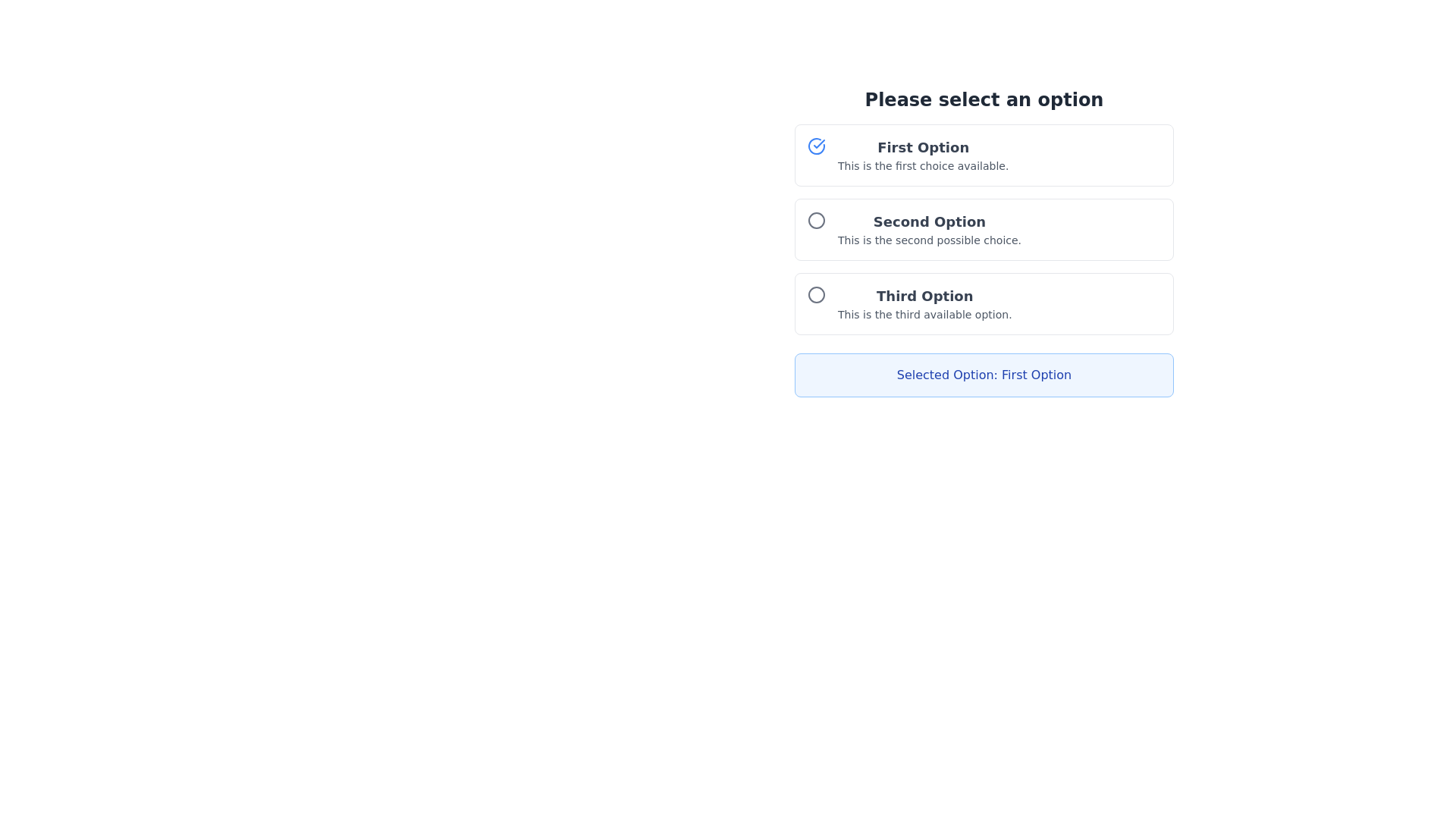 This screenshot has width=1456, height=819. Describe the element at coordinates (929, 230) in the screenshot. I see `the second selectable option in the list` at that location.